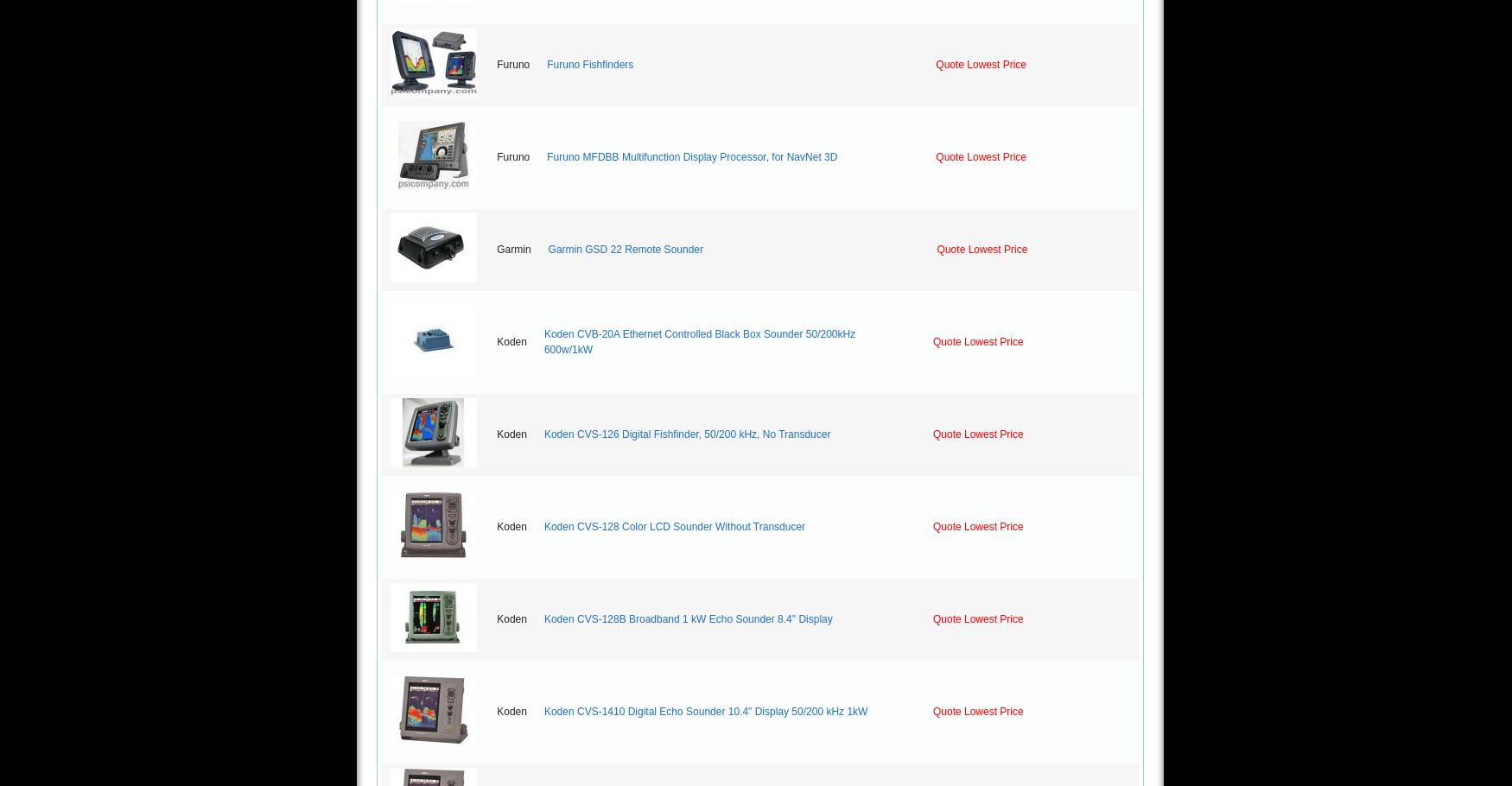  I want to click on 'Garmin', so click(513, 249).